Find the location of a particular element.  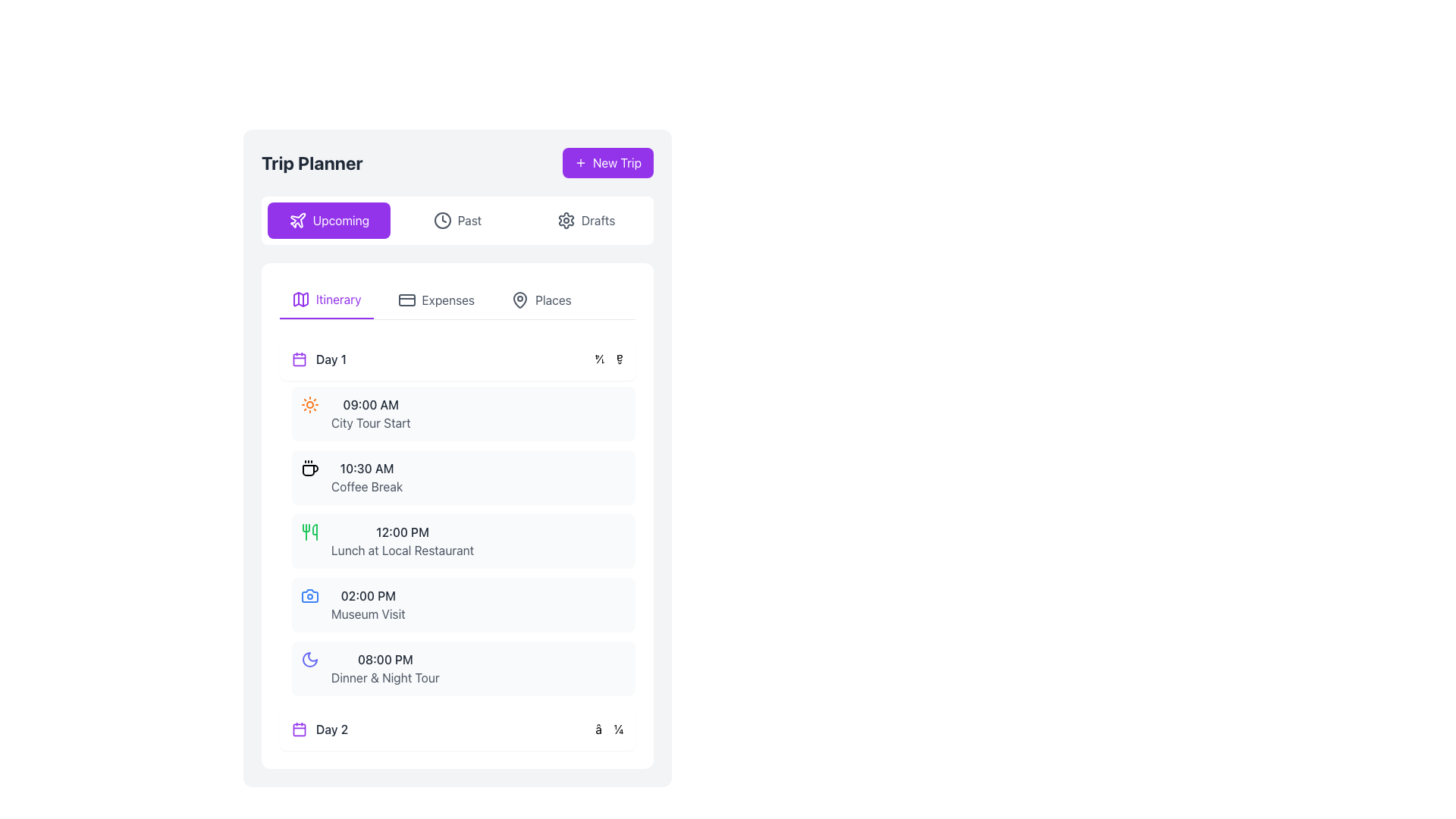

the informational component that displays the scheduled event titled 'Coffee Break', which is the second item in the itinerary list, located between '09:00 AM City Tour Start' and '12:00 PM Lunch at Local Restaurant' is located at coordinates (463, 476).